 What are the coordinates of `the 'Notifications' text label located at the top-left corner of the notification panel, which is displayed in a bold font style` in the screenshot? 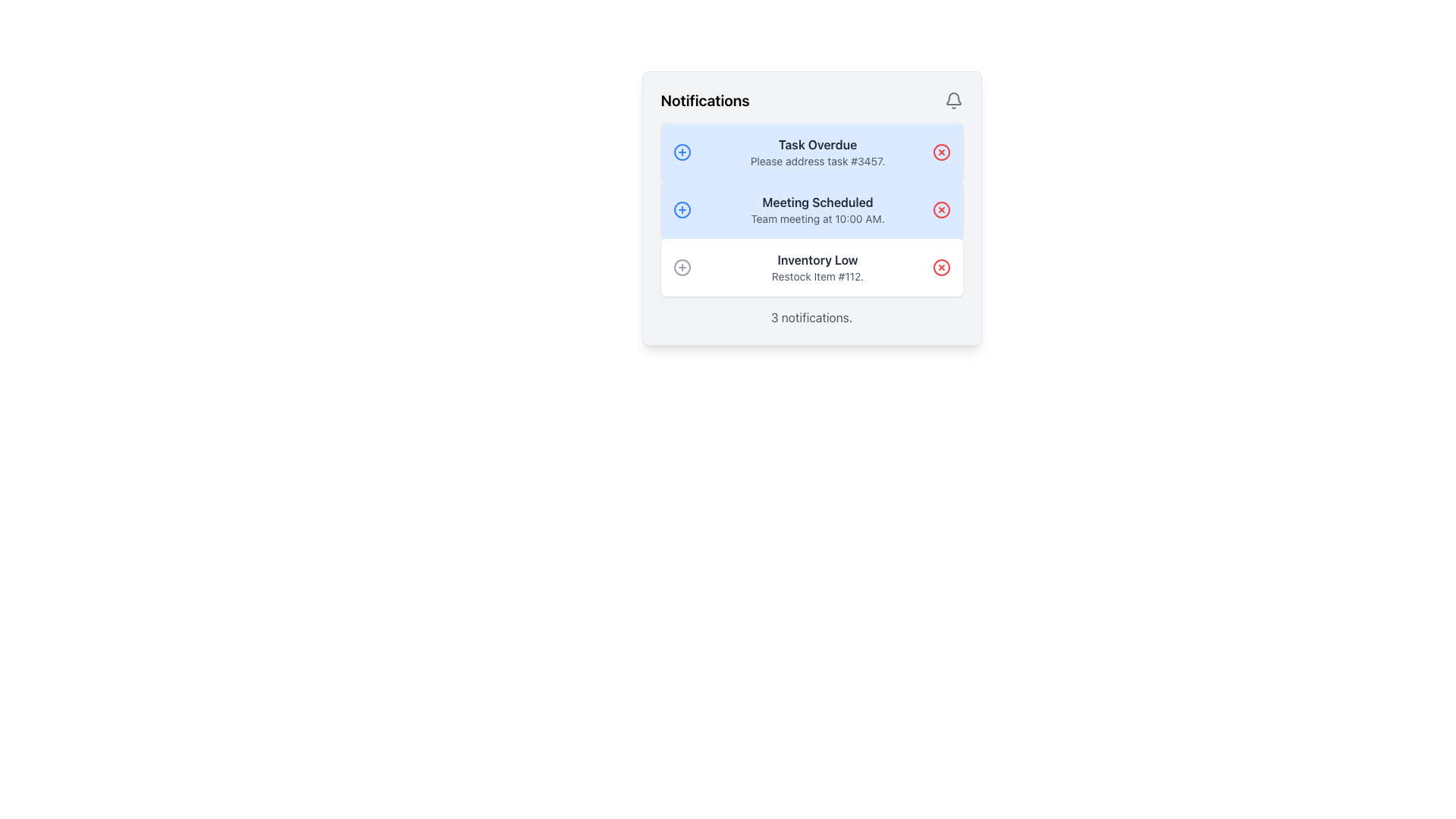 It's located at (704, 100).